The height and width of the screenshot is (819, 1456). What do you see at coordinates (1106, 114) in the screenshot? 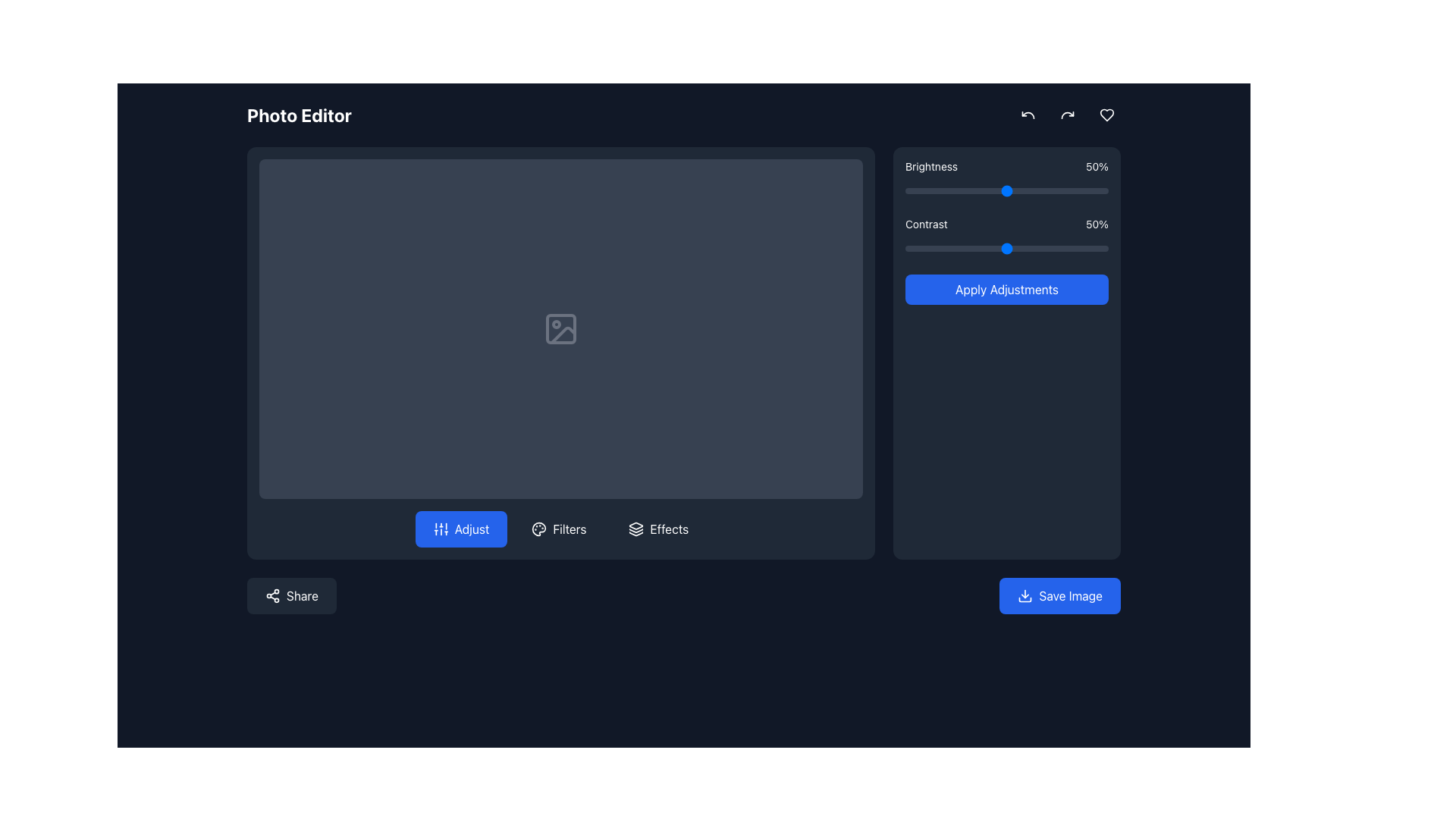
I see `the favorite button located in the top-right corner of the toolbar` at bounding box center [1106, 114].